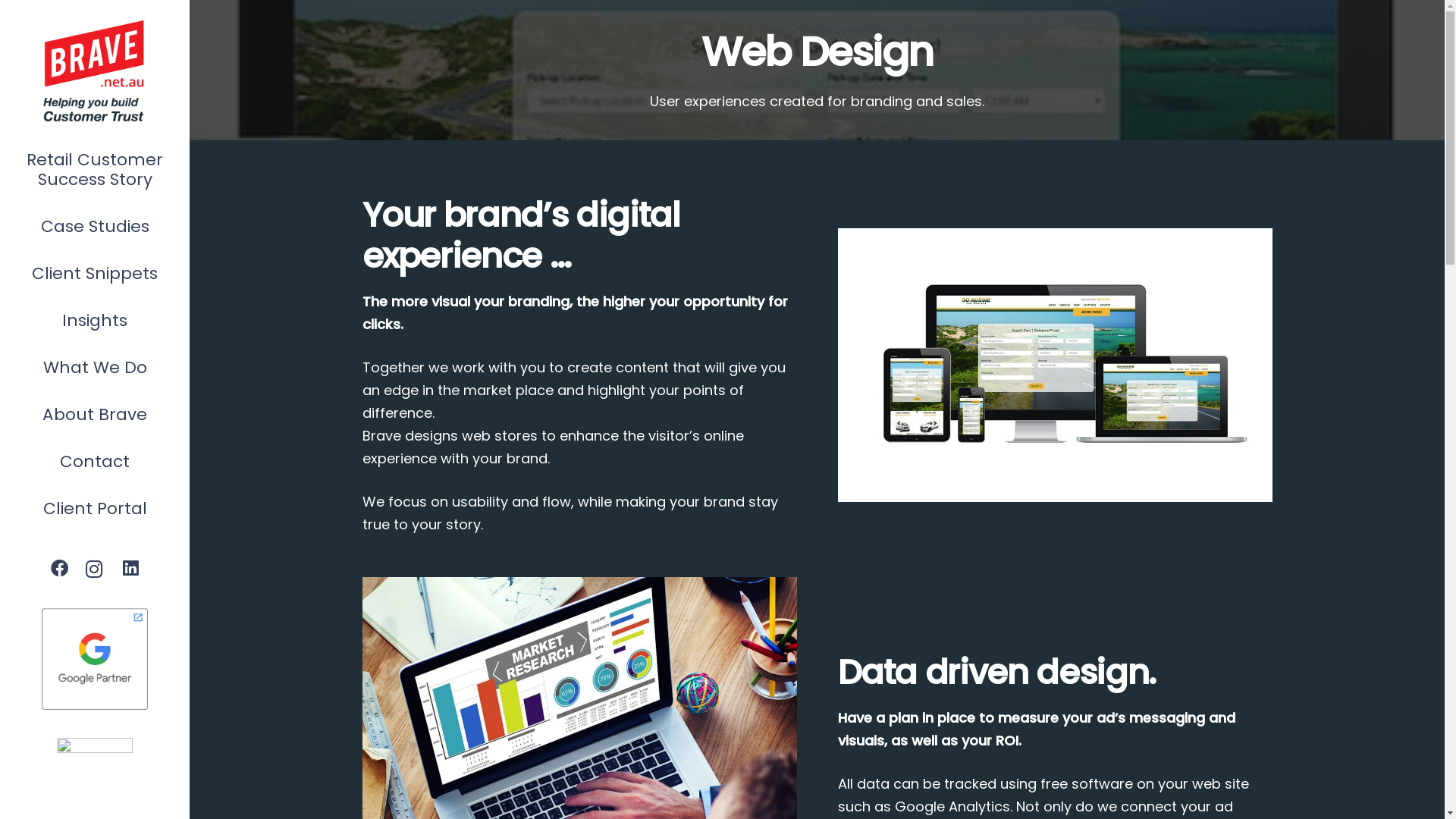 The height and width of the screenshot is (819, 1456). I want to click on 'Insights', so click(93, 320).